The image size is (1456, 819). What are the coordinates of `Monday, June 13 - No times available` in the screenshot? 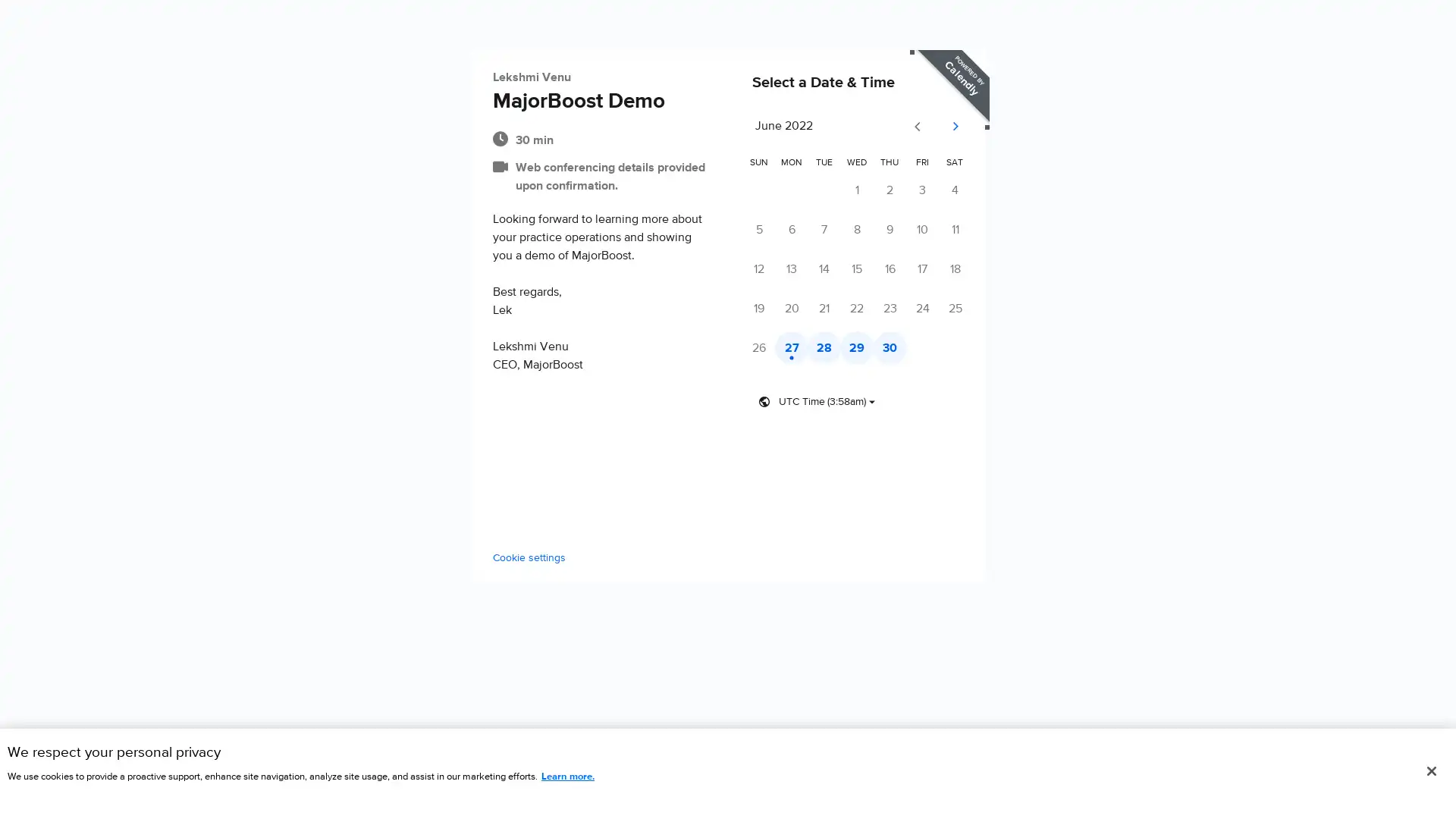 It's located at (800, 268).